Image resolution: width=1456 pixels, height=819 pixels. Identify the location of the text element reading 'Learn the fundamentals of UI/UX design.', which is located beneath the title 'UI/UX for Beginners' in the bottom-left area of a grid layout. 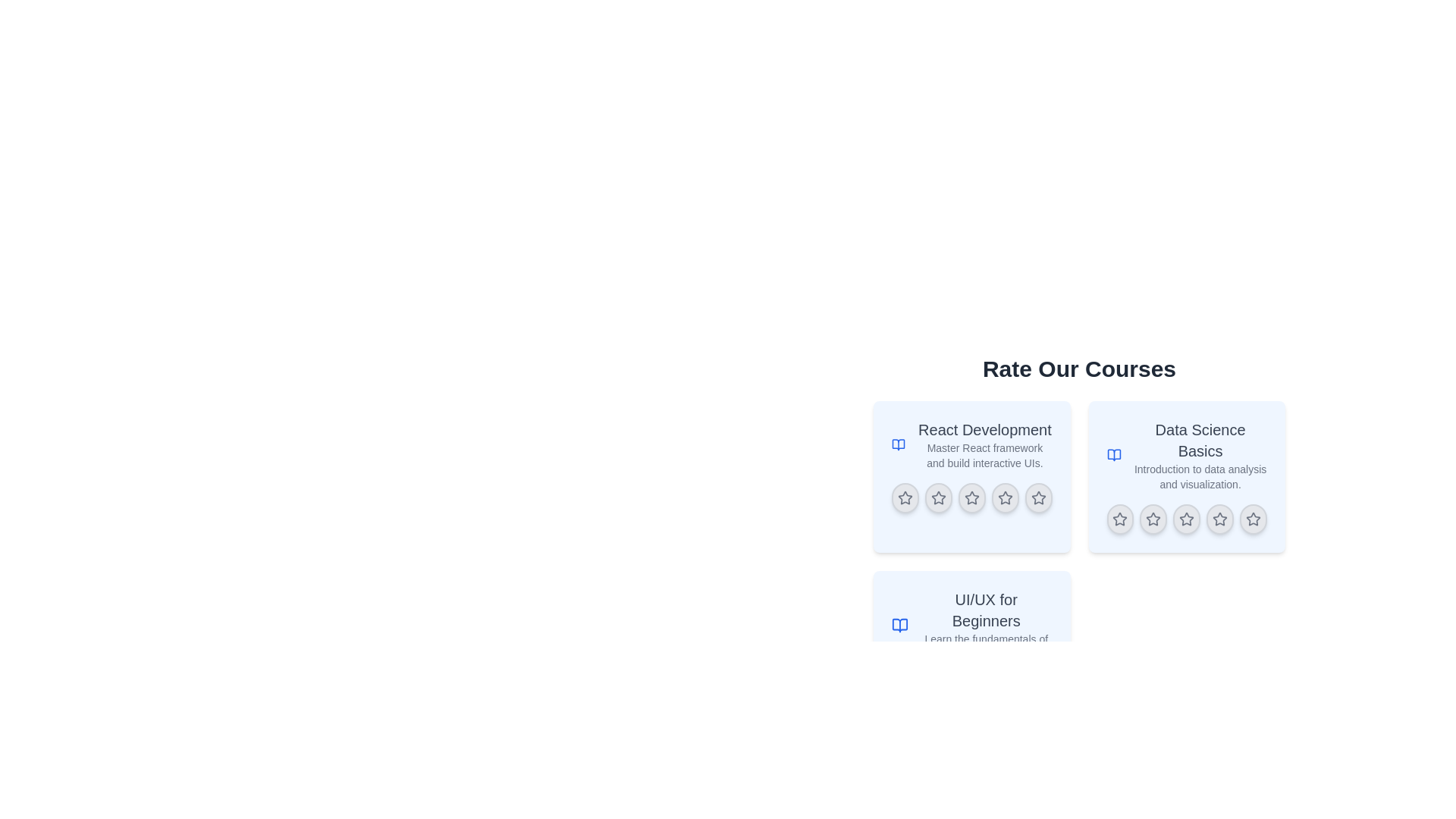
(986, 646).